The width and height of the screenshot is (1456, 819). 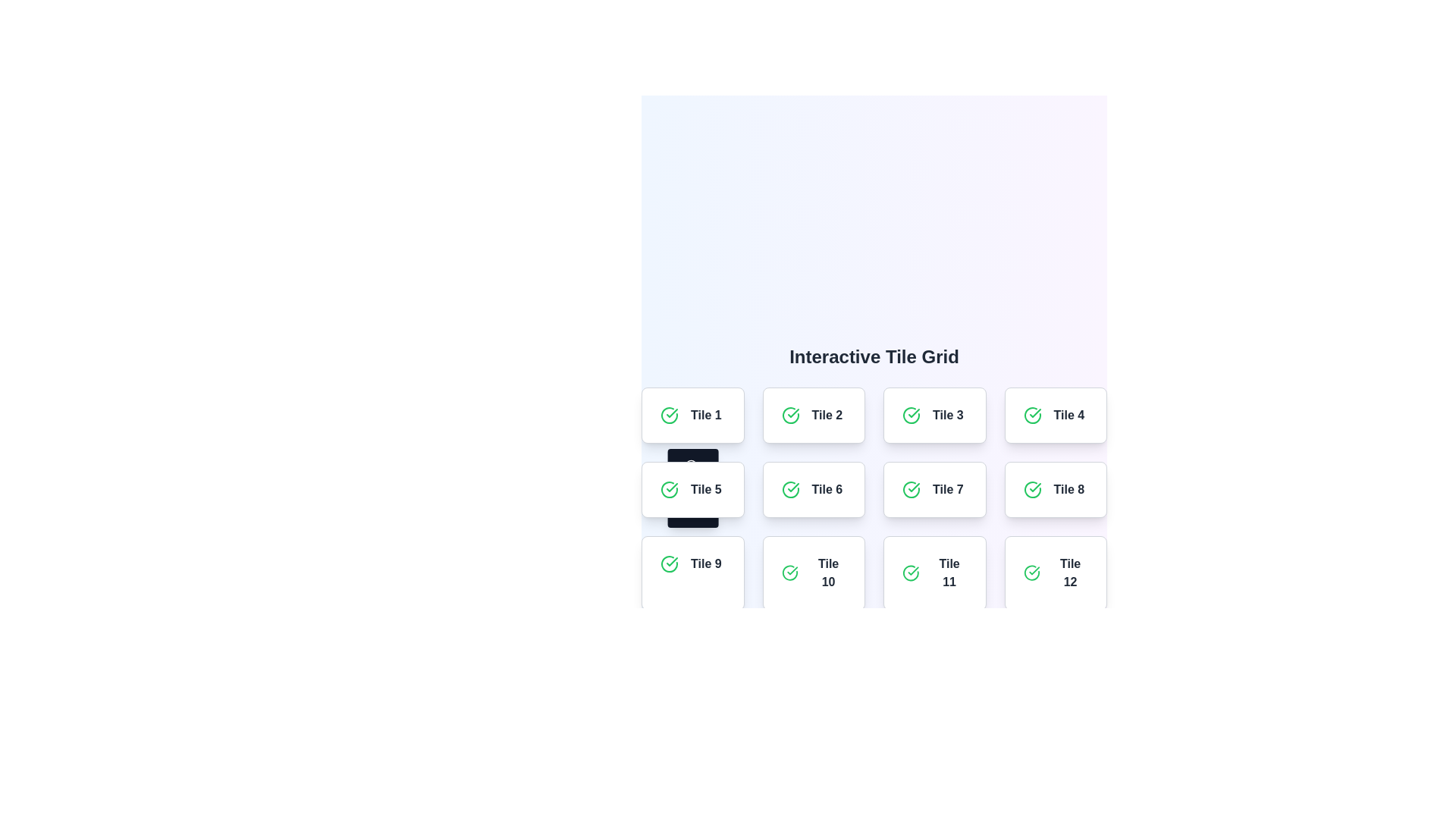 What do you see at coordinates (826, 489) in the screenshot?
I see `text label located in the second row of the grid, specifically the second item after 'Tile 5' and before 'Tile 7'` at bounding box center [826, 489].